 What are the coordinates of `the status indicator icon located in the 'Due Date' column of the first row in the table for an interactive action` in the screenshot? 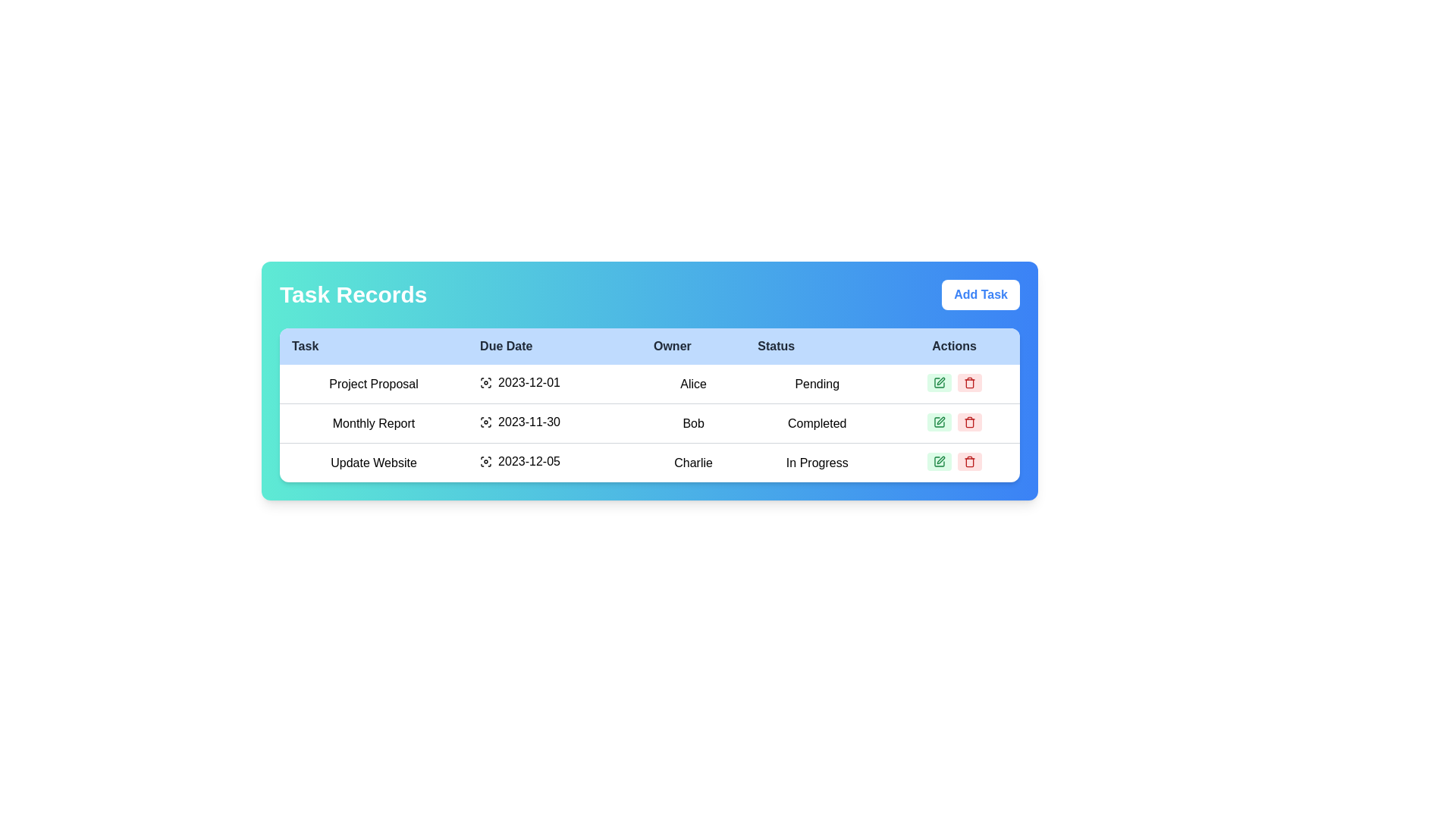 It's located at (486, 382).